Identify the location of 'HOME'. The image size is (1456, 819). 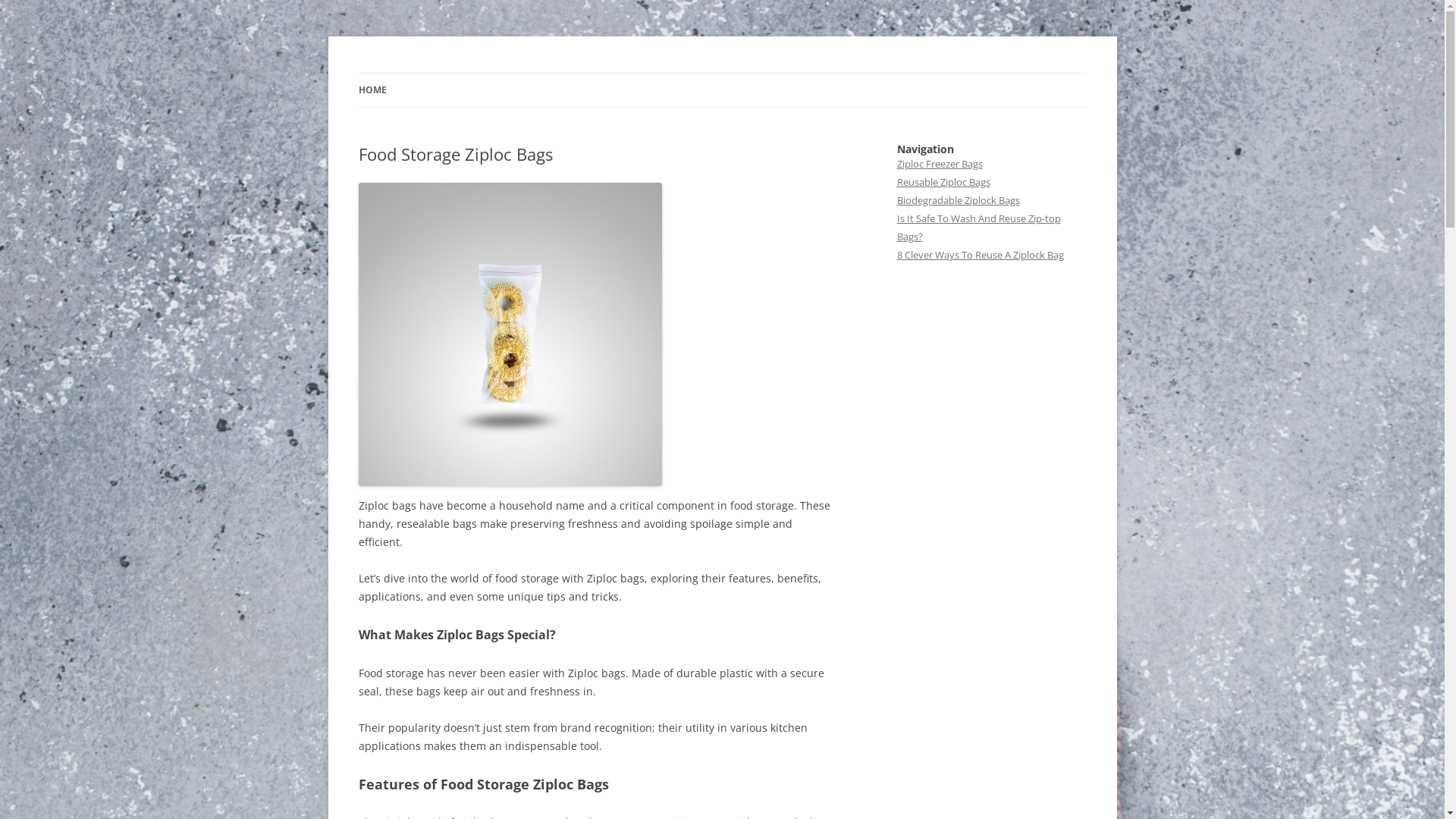
(372, 90).